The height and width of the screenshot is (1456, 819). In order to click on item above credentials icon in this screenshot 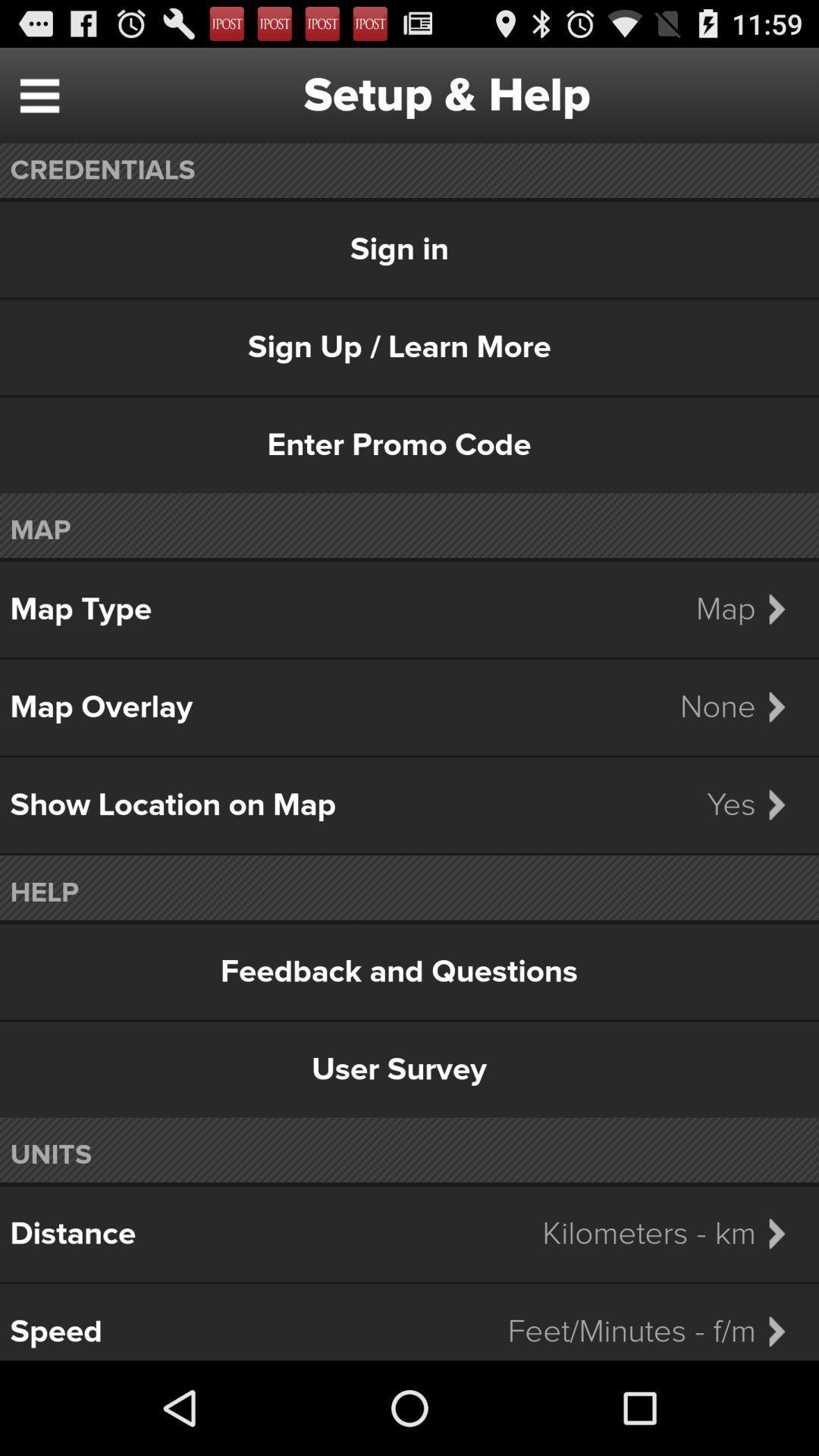, I will do `click(39, 94)`.